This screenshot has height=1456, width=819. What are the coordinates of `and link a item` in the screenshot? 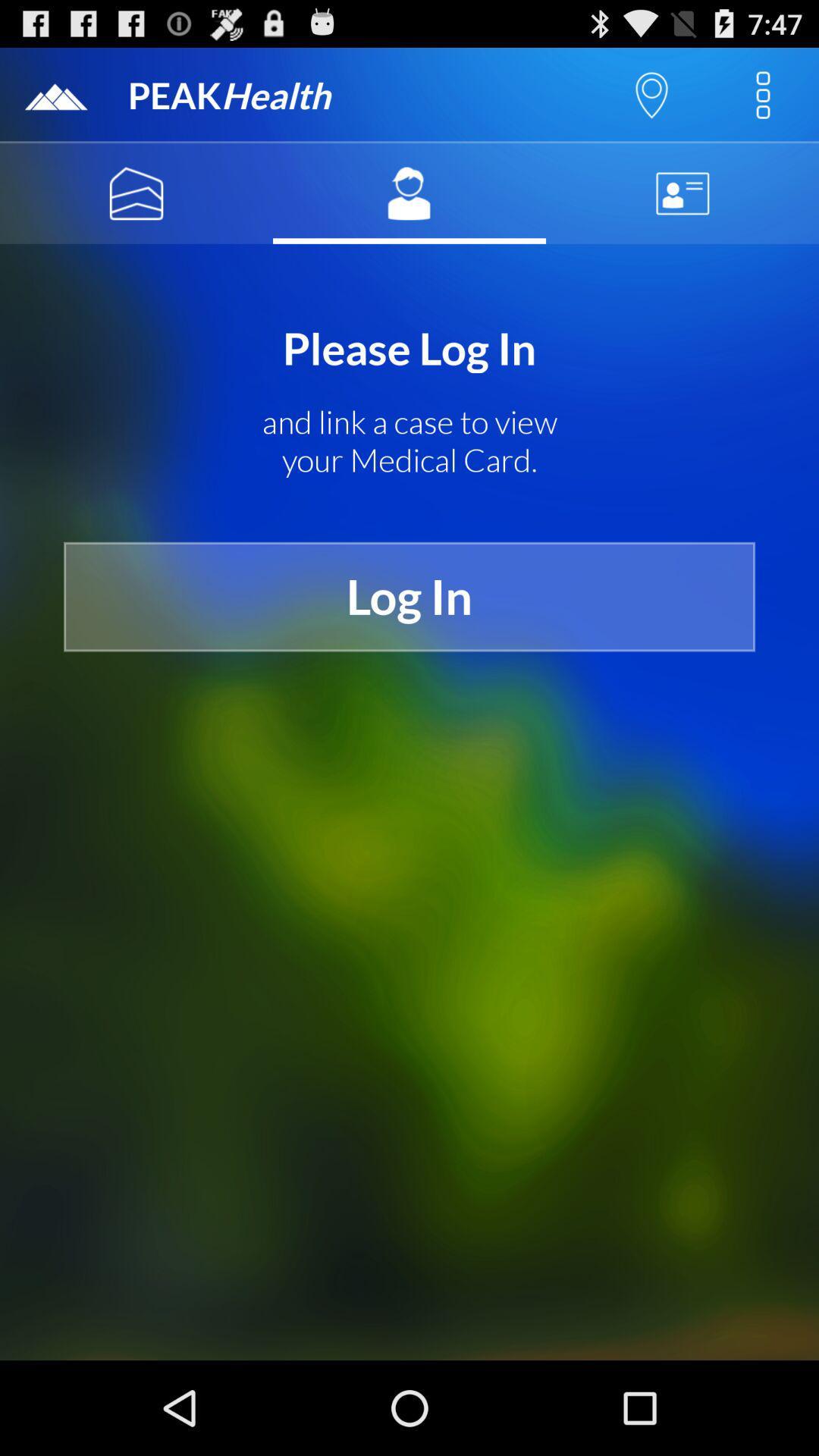 It's located at (409, 441).